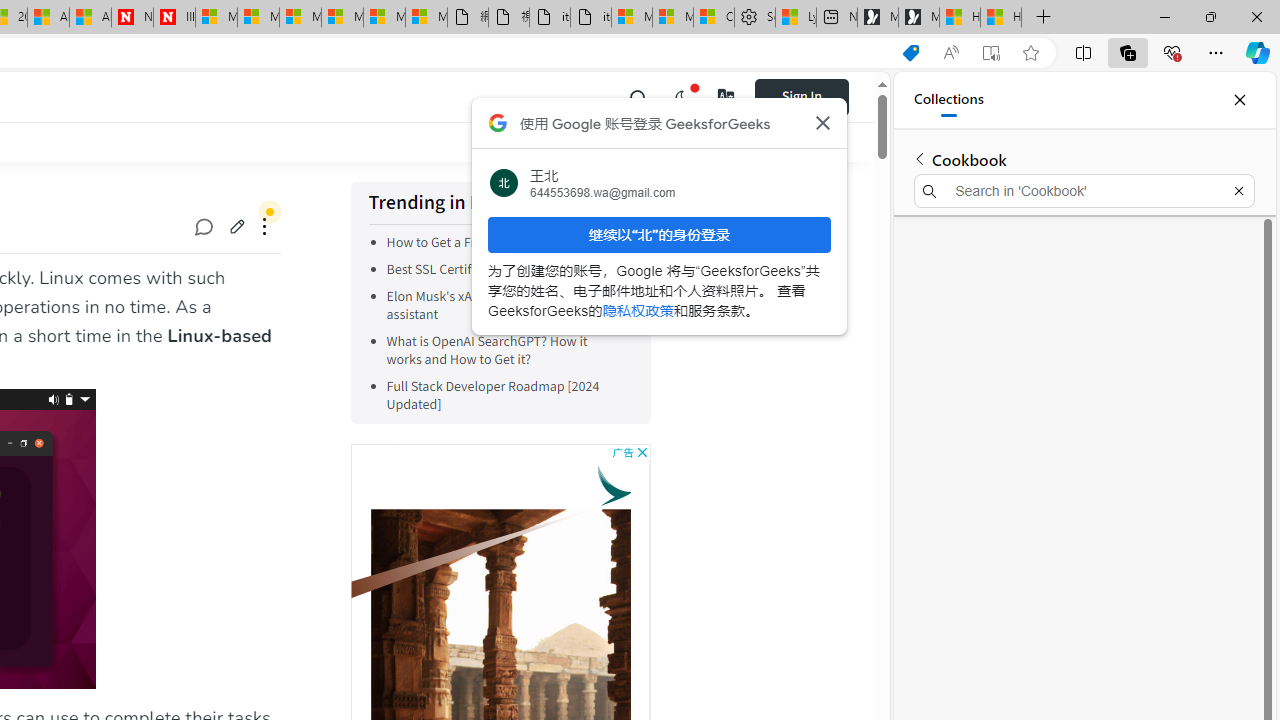 This screenshot has height=720, width=1280. What do you see at coordinates (1238, 191) in the screenshot?
I see `'Exit search'` at bounding box center [1238, 191].